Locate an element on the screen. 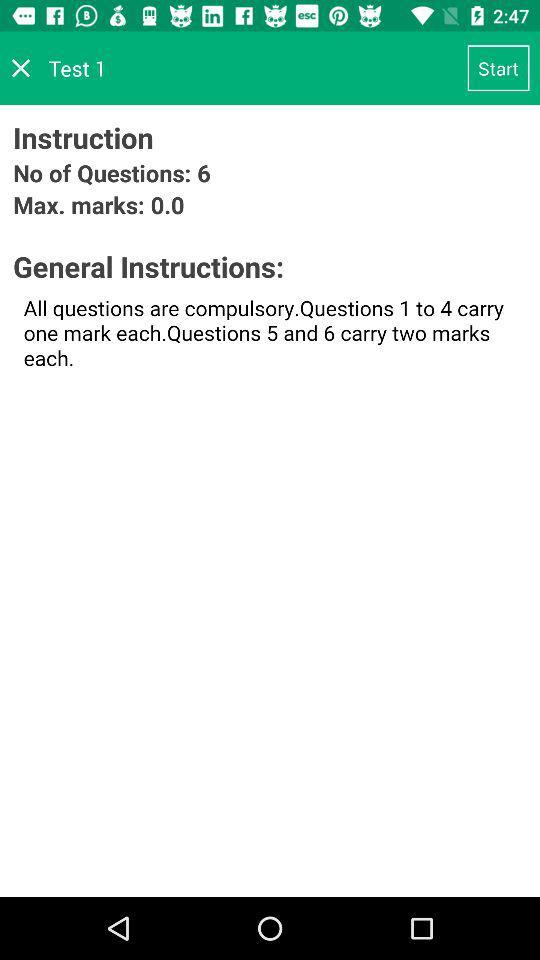 The height and width of the screenshot is (960, 540). delete button is located at coordinates (20, 68).